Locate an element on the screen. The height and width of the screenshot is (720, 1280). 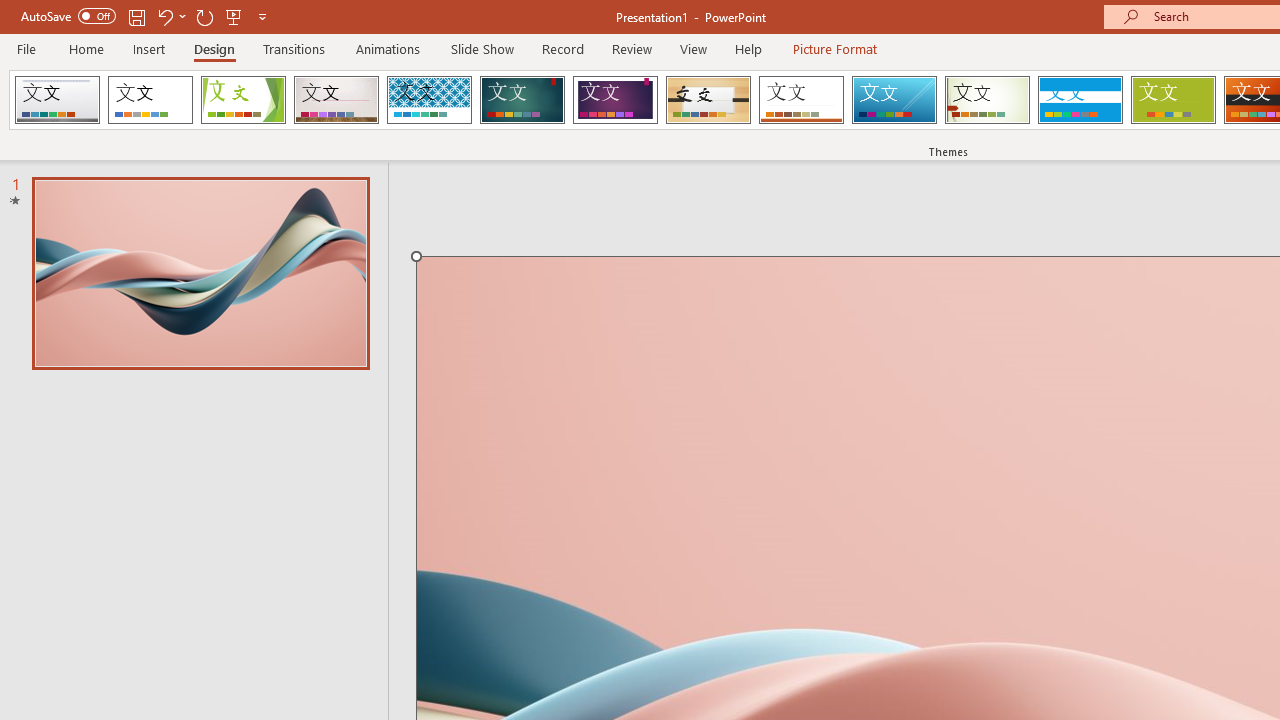
'Integral' is located at coordinates (428, 100).